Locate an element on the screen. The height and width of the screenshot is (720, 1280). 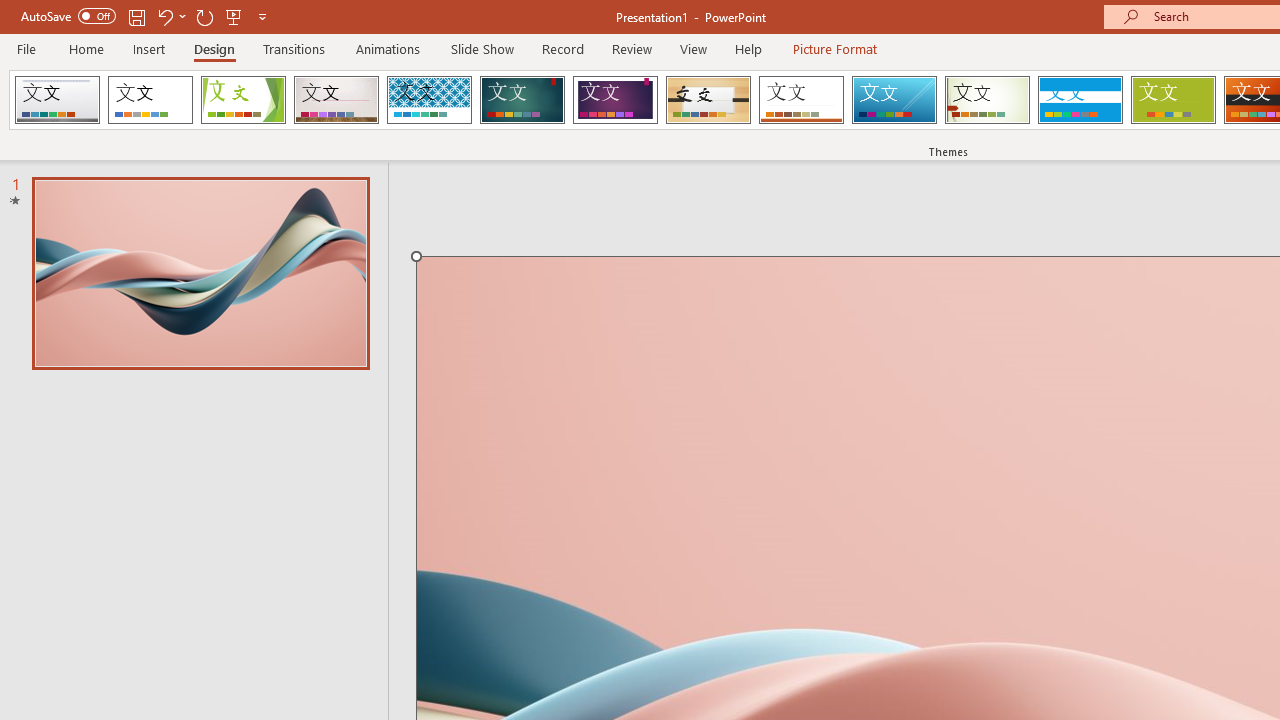
'Integral' is located at coordinates (428, 100).